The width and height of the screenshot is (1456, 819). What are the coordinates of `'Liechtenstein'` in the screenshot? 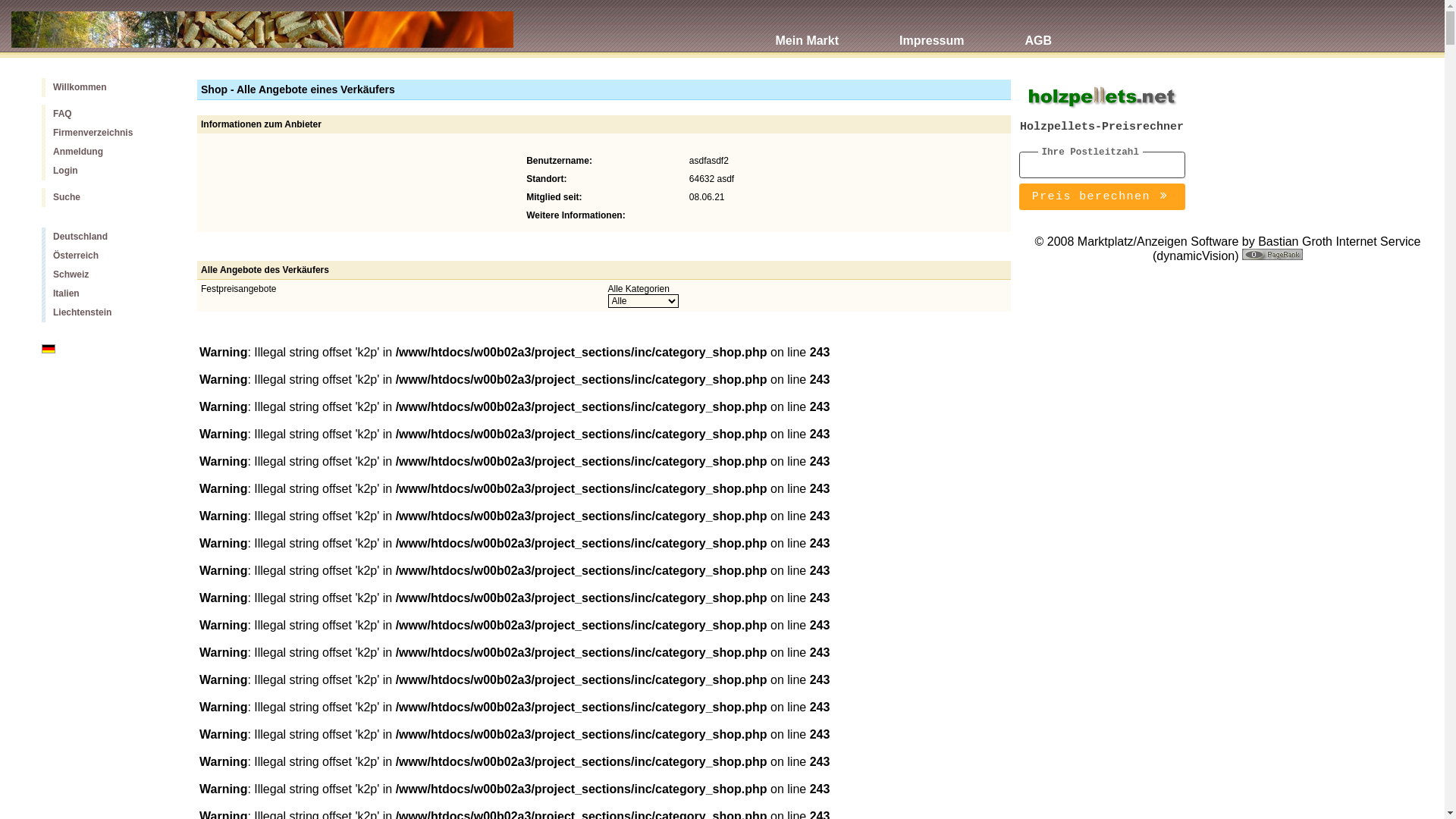 It's located at (41, 312).